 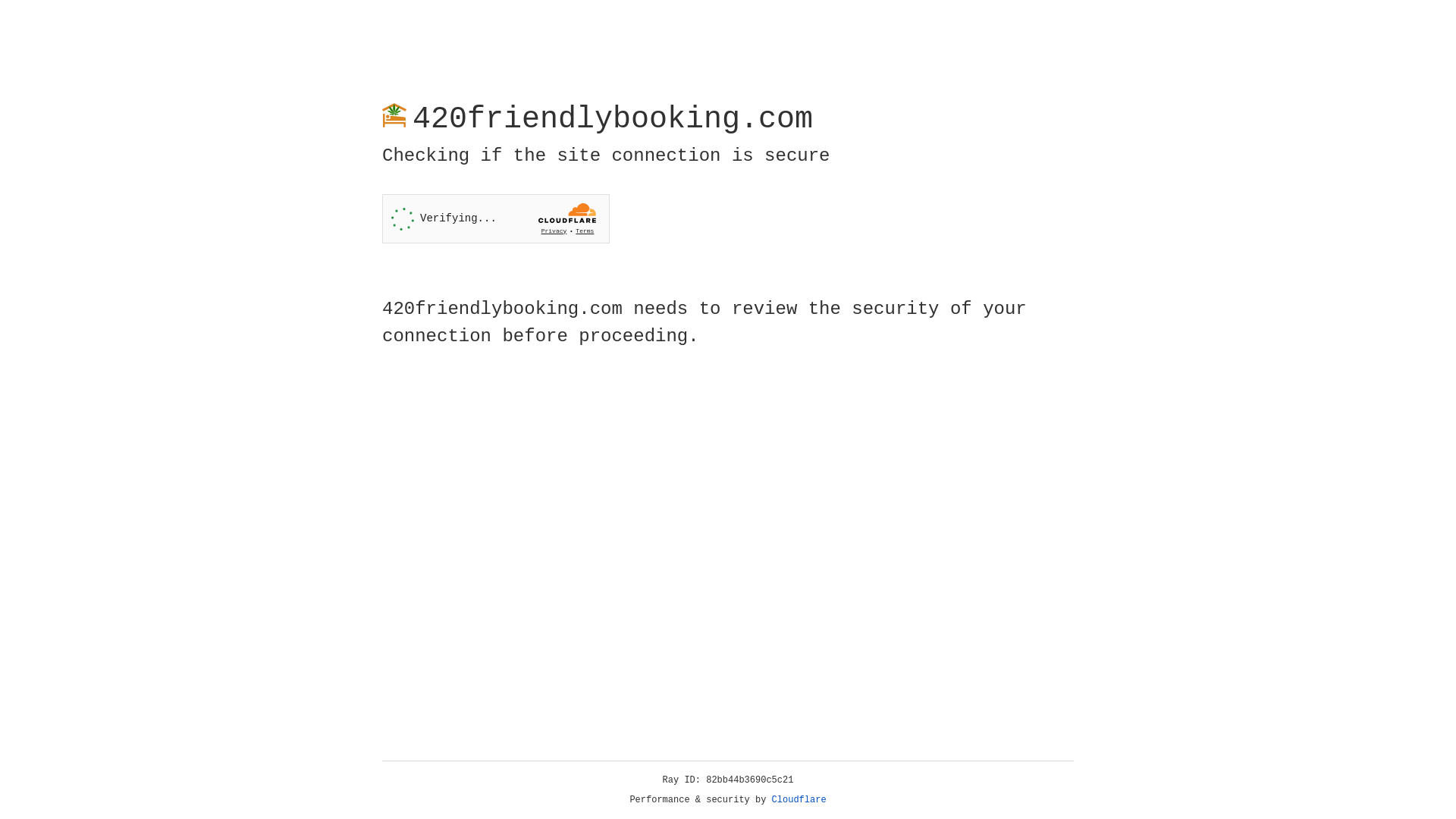 What do you see at coordinates (799, 799) in the screenshot?
I see `'Cloudflare'` at bounding box center [799, 799].